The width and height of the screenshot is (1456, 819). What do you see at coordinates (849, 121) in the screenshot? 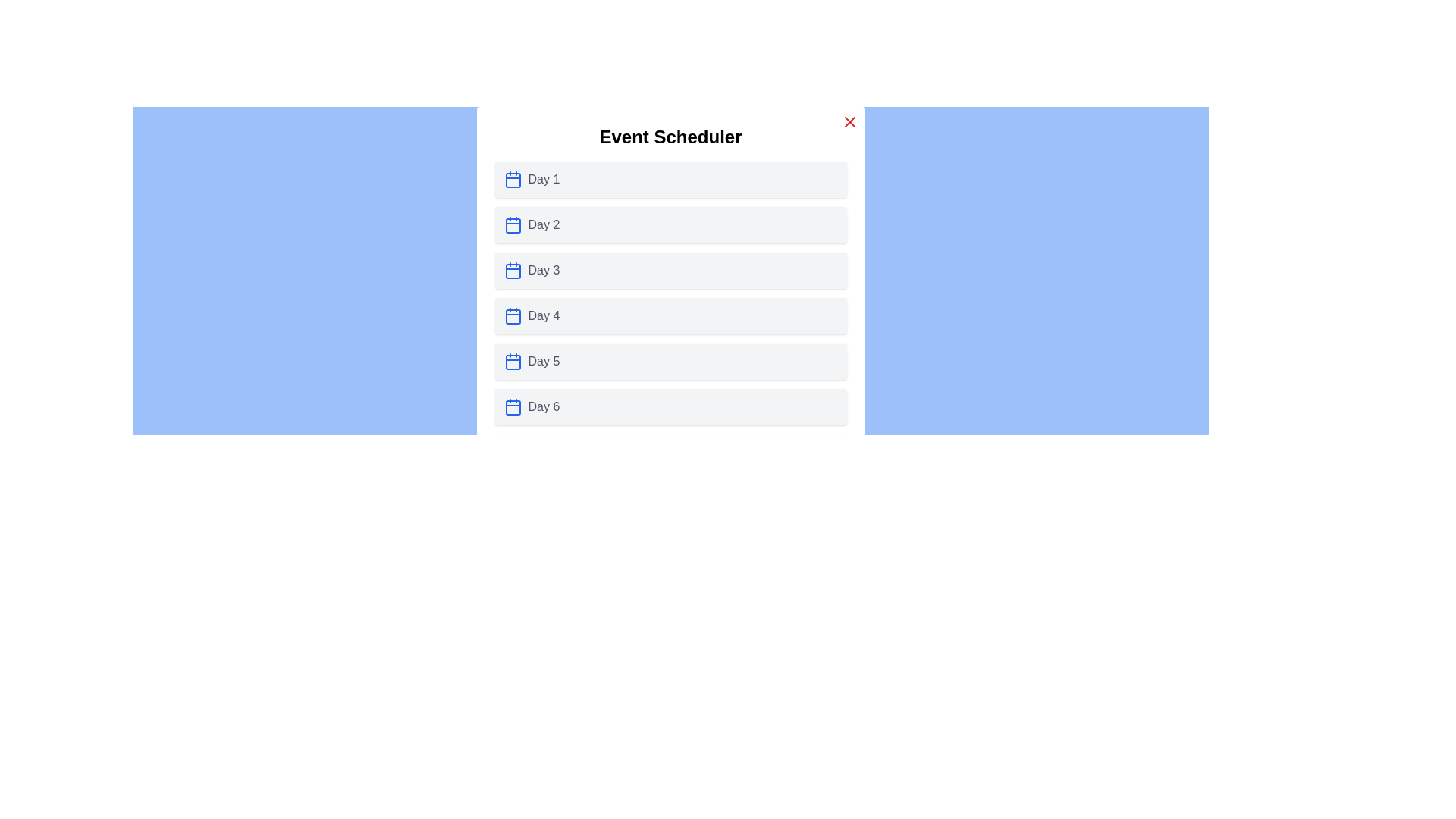
I see `the close button to close the dialog` at bounding box center [849, 121].